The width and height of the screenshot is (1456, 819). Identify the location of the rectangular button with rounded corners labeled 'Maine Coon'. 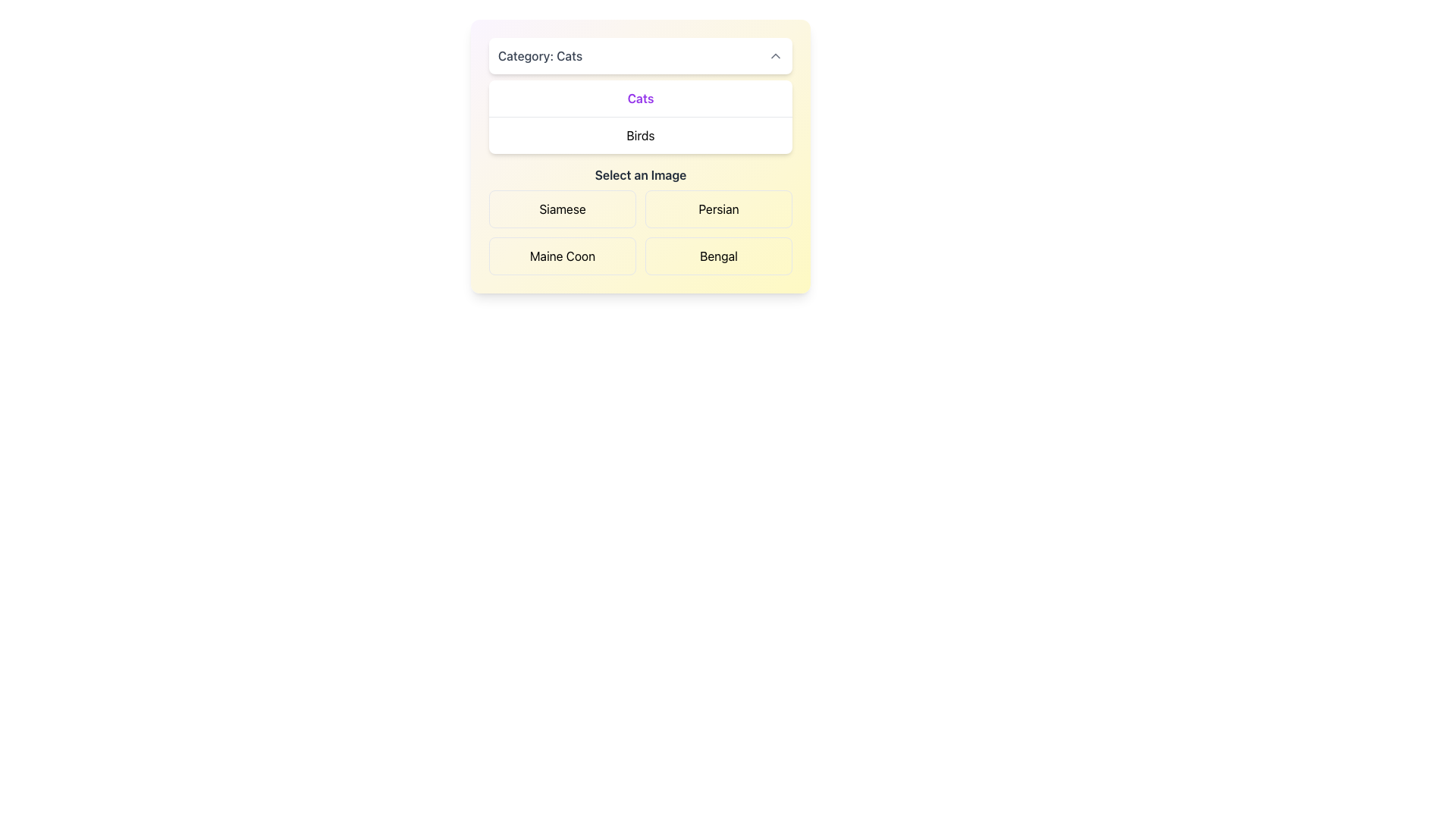
(562, 256).